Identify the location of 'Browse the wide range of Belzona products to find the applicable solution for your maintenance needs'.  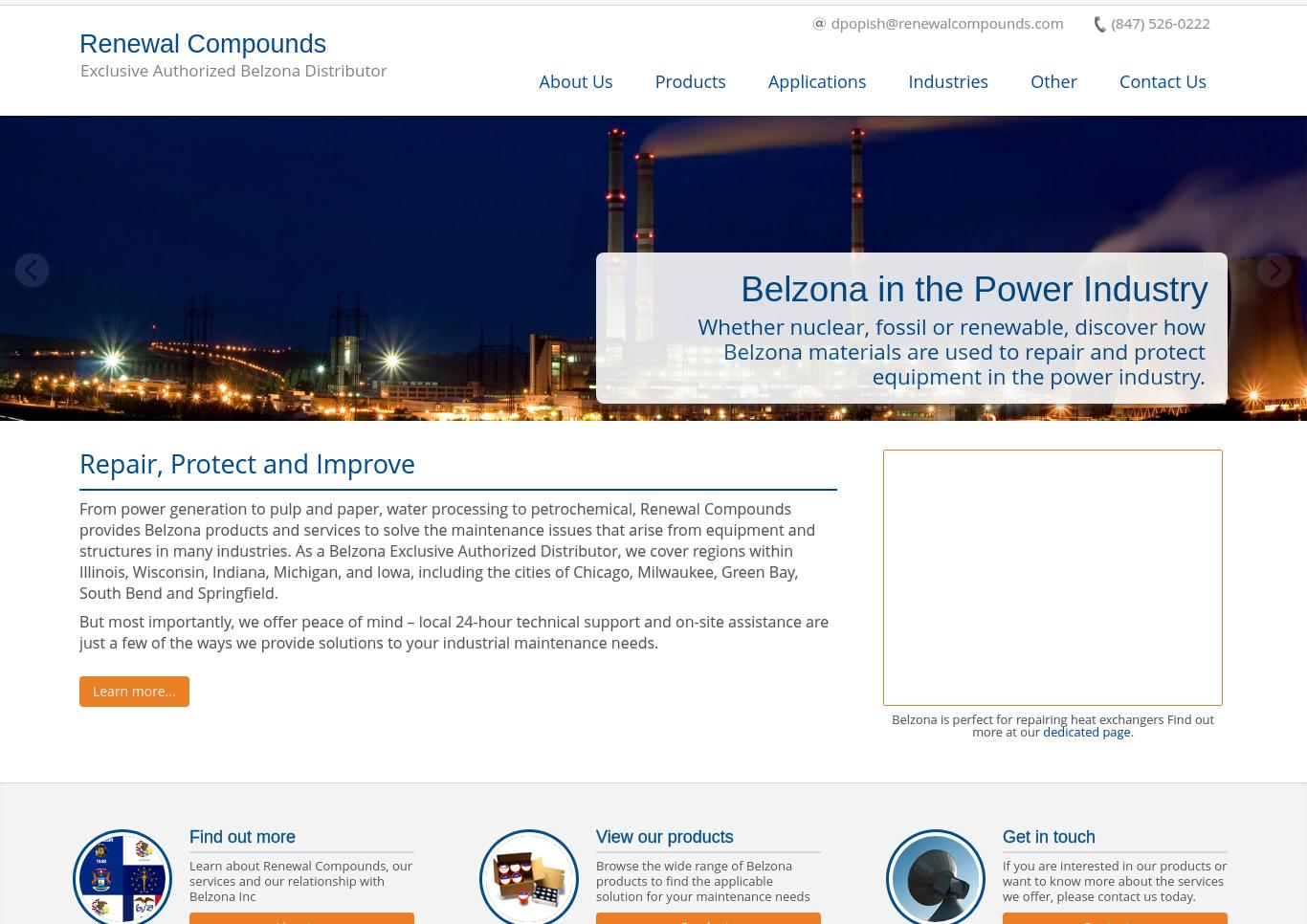
(595, 879).